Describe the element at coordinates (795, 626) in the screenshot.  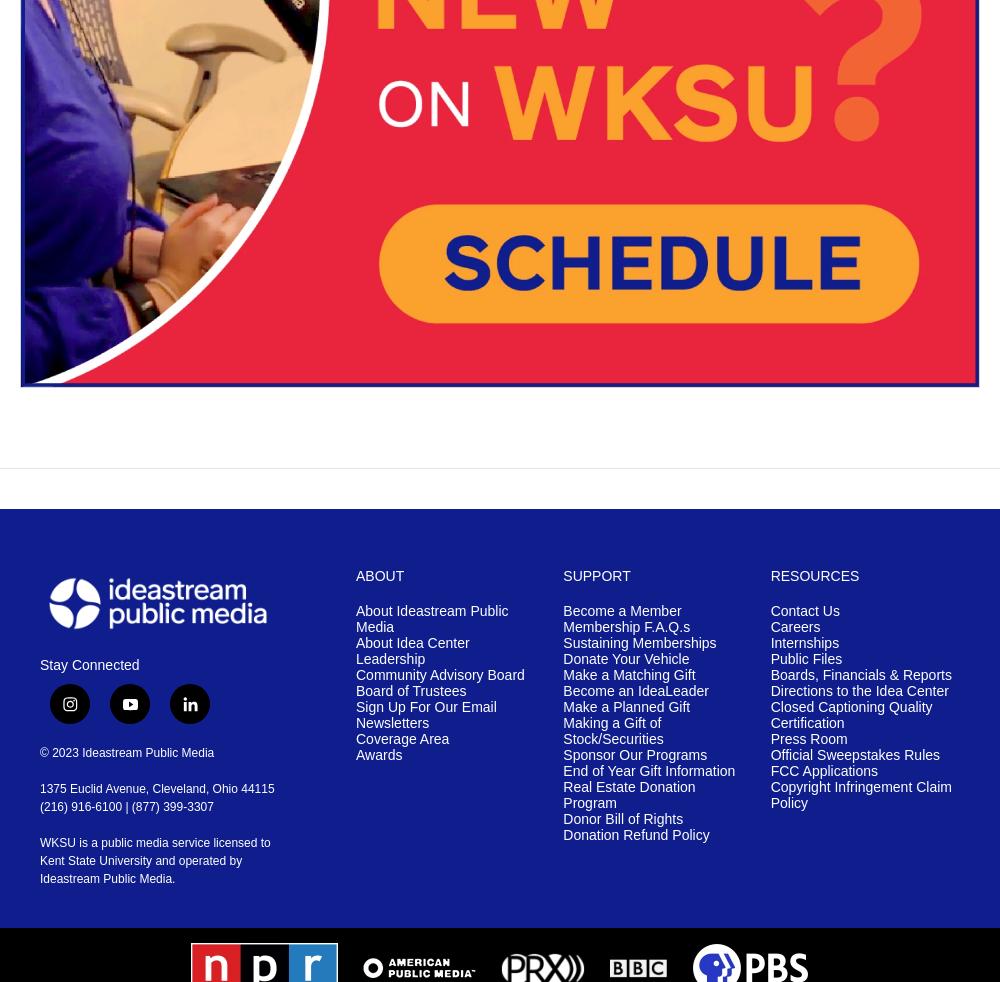
I see `'Careers'` at that location.